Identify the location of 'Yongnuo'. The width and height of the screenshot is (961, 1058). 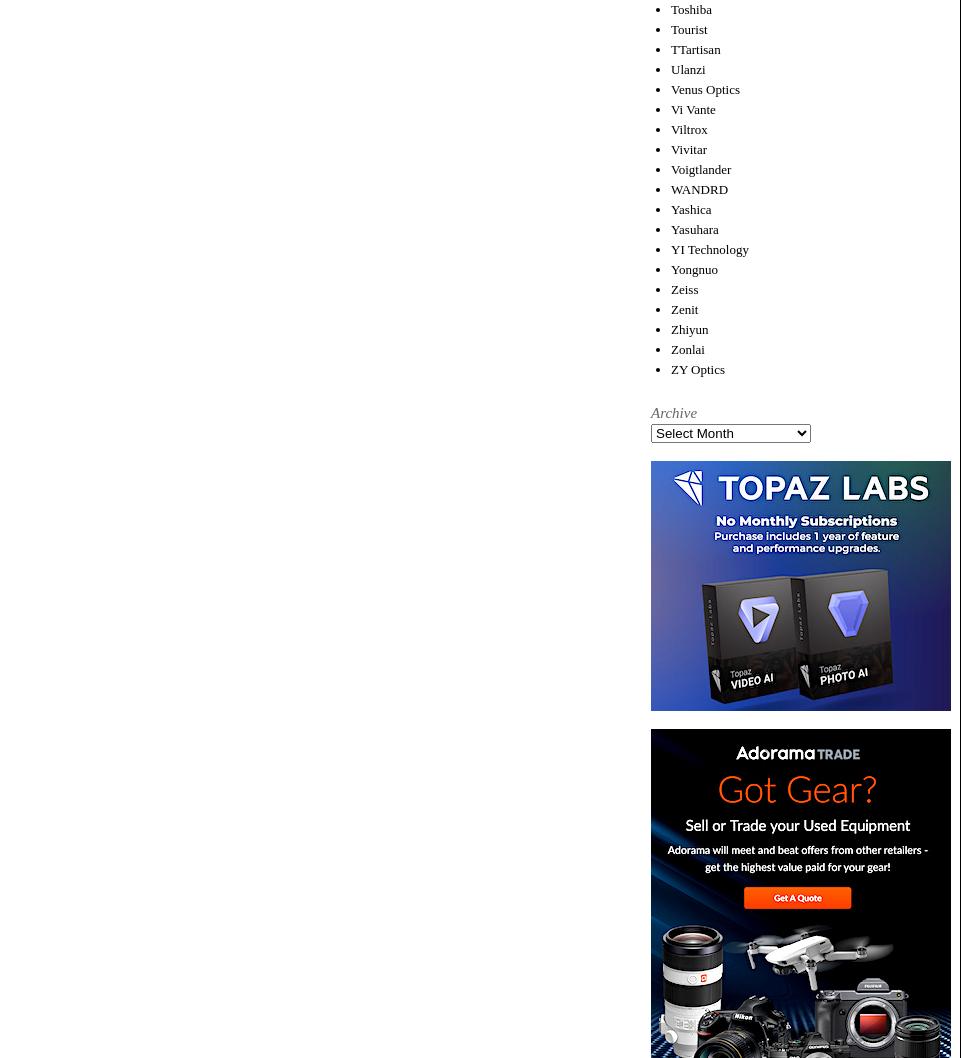
(693, 267).